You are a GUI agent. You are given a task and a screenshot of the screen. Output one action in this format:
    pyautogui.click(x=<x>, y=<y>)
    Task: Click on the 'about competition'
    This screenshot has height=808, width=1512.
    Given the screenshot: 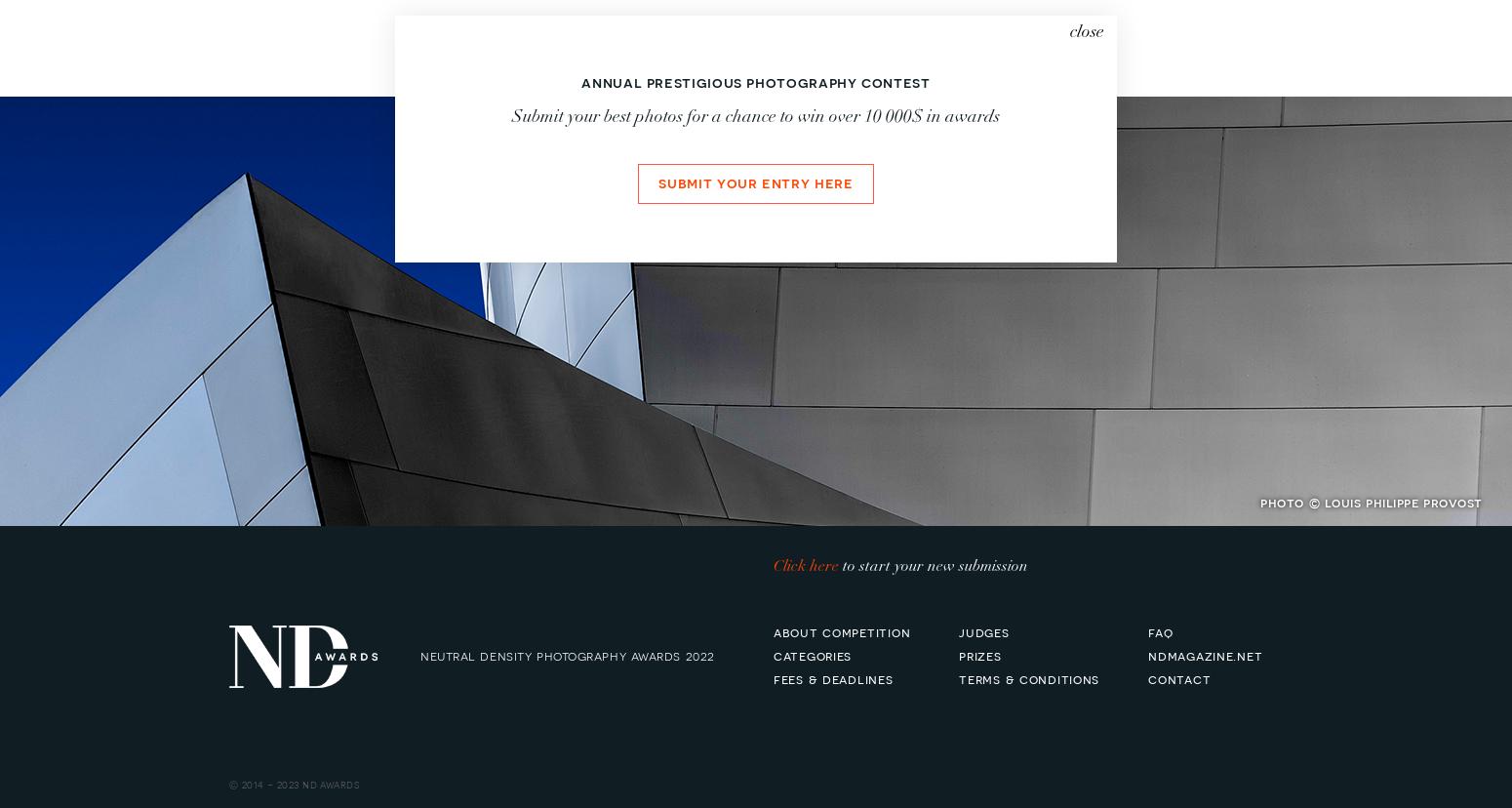 What is the action you would take?
    pyautogui.click(x=842, y=630)
    